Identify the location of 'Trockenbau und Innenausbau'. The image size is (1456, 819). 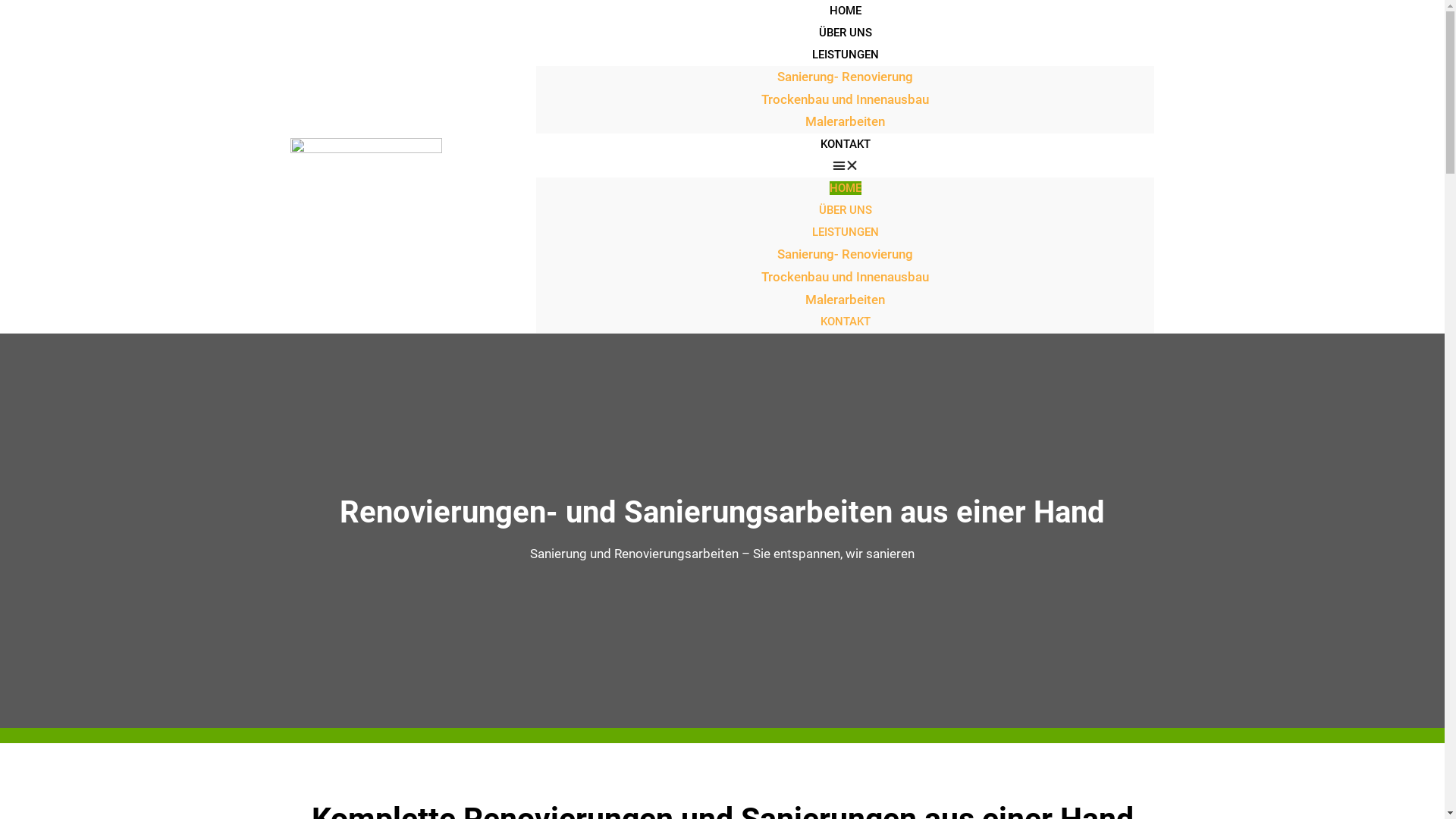
(844, 277).